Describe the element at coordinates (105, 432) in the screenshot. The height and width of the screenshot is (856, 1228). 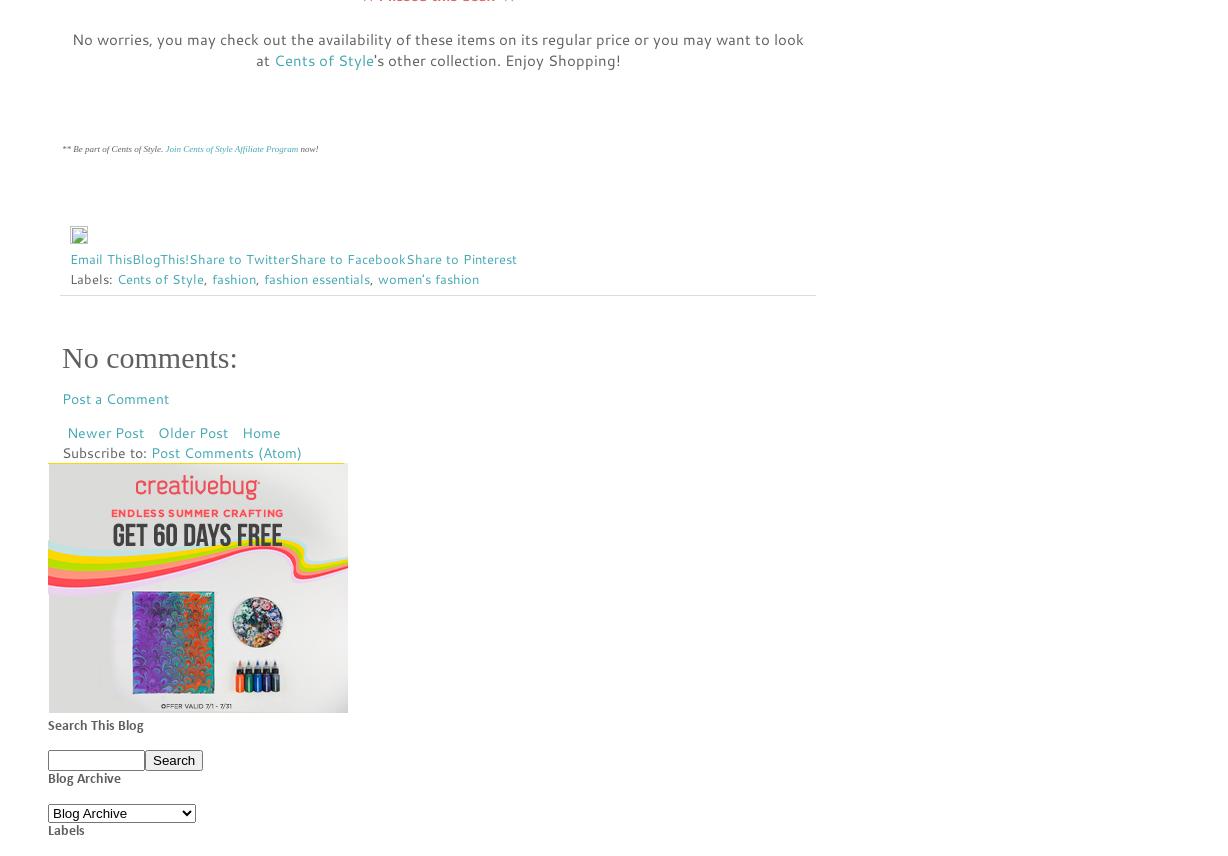
I see `'Newer Post'` at that location.